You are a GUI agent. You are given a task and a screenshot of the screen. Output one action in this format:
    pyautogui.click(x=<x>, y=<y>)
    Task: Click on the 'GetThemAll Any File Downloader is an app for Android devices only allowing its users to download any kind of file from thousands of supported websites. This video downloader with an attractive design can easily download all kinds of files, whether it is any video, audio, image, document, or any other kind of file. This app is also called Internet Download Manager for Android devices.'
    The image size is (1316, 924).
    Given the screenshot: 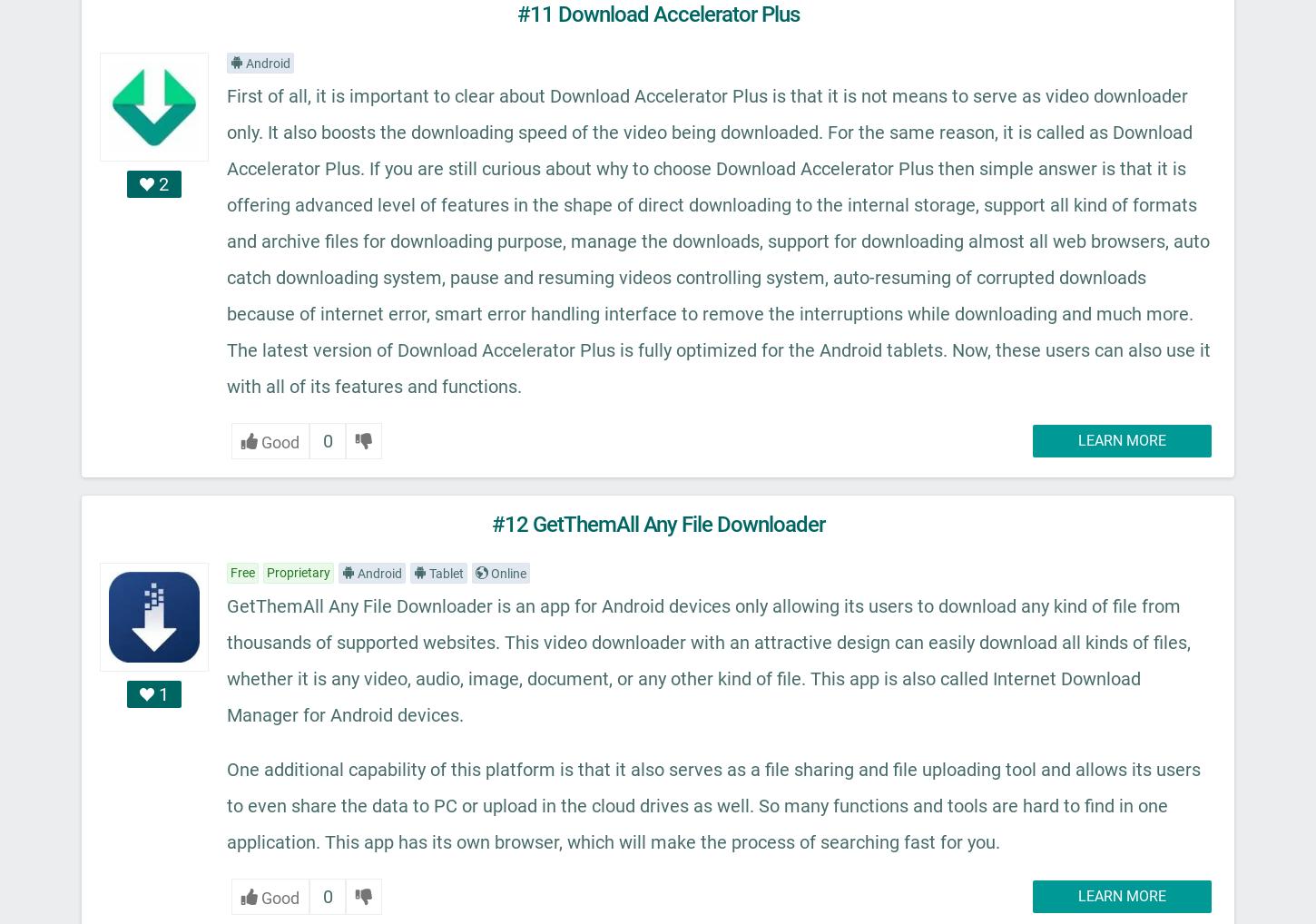 What is the action you would take?
    pyautogui.click(x=708, y=659)
    